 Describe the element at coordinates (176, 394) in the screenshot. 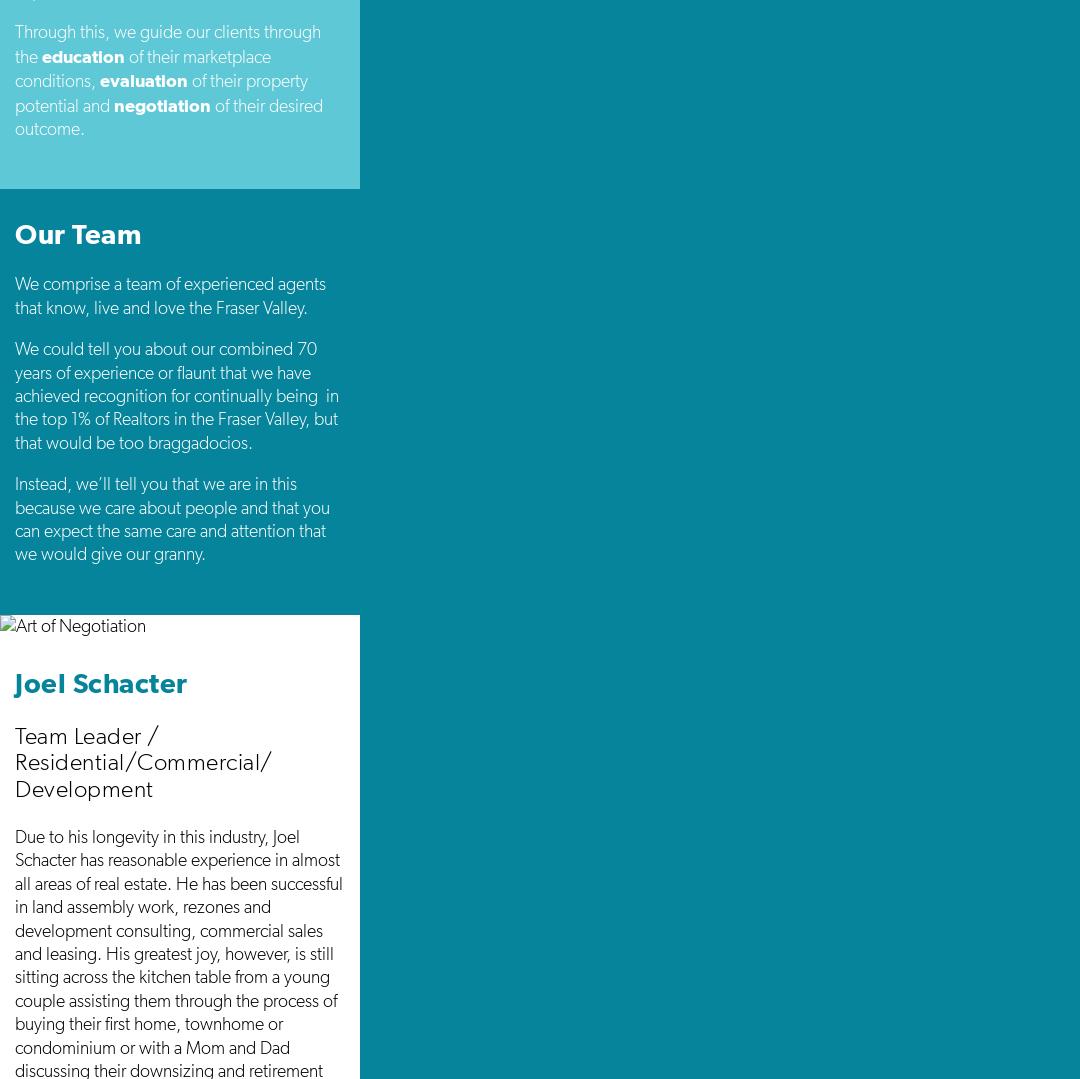

I see `'We could tell you about our combined 70 years of experience or flaunt that we have achieved recognition for continually being  in the top 1% of Realtors in the Fraser Valley, but that would be too braggadocios.'` at that location.